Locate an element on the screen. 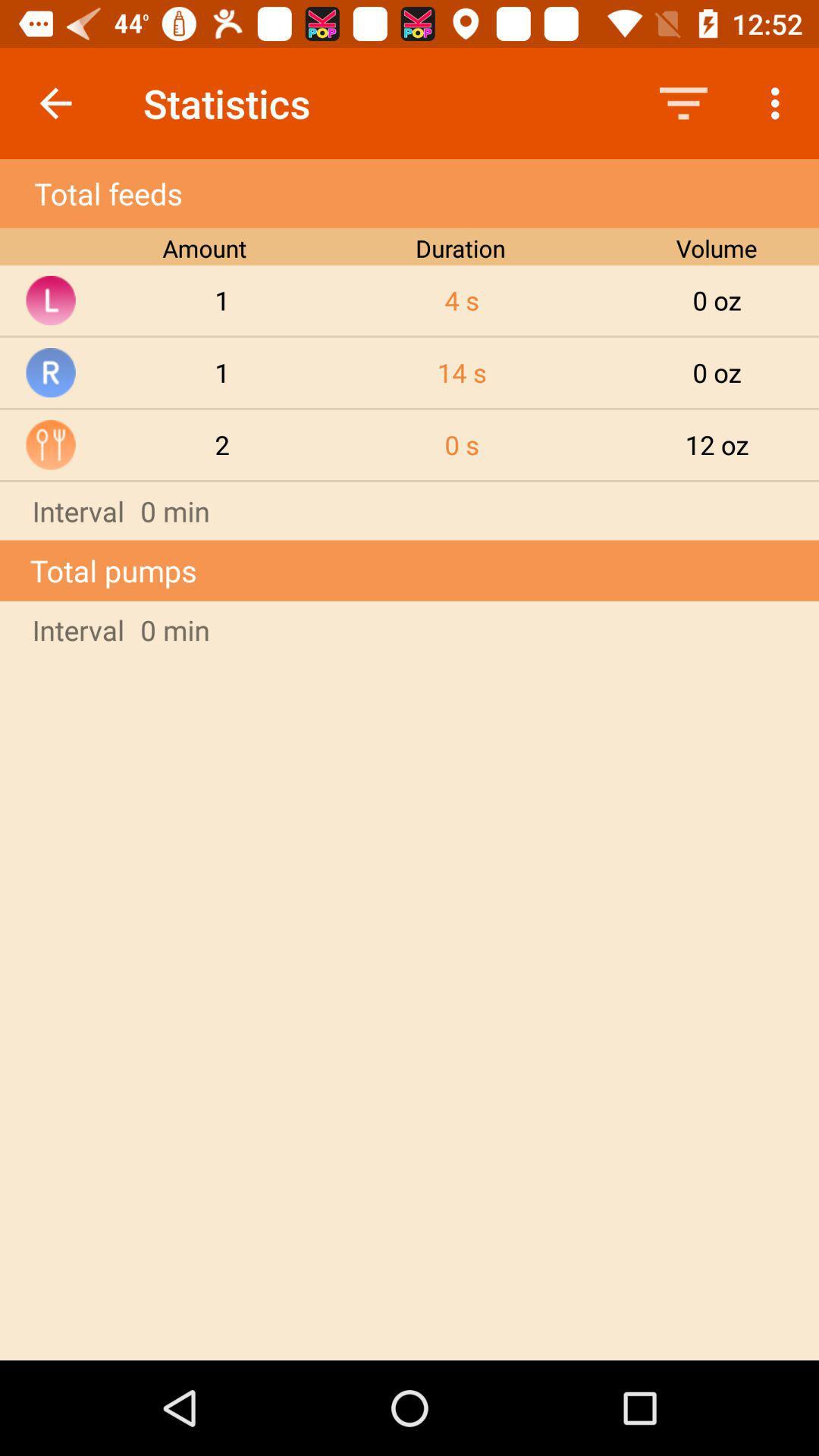 This screenshot has height=1456, width=819. icon above 0 min is located at coordinates (717, 444).